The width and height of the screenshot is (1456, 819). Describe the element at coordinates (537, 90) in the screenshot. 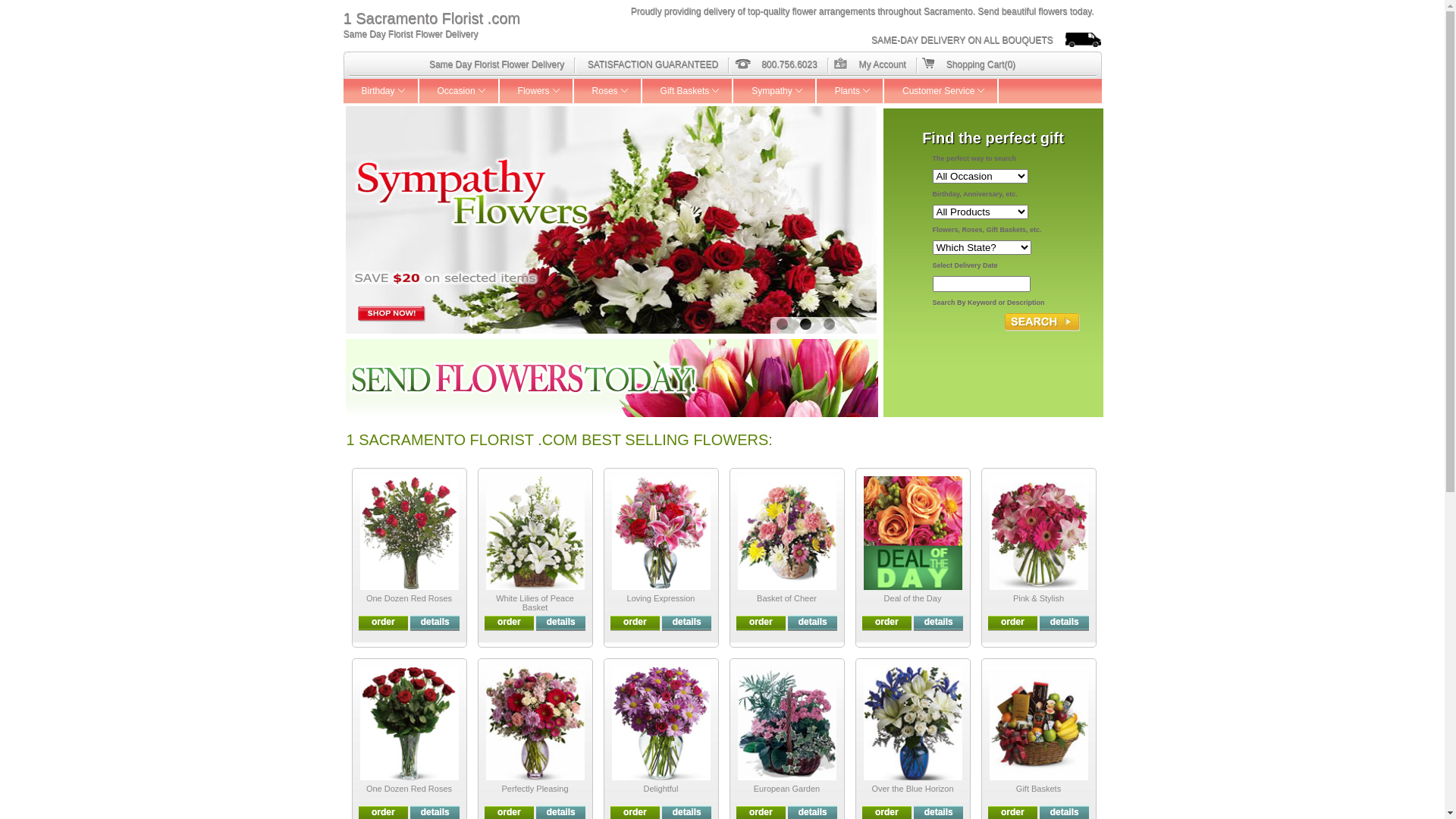

I see `'Flowers'` at that location.